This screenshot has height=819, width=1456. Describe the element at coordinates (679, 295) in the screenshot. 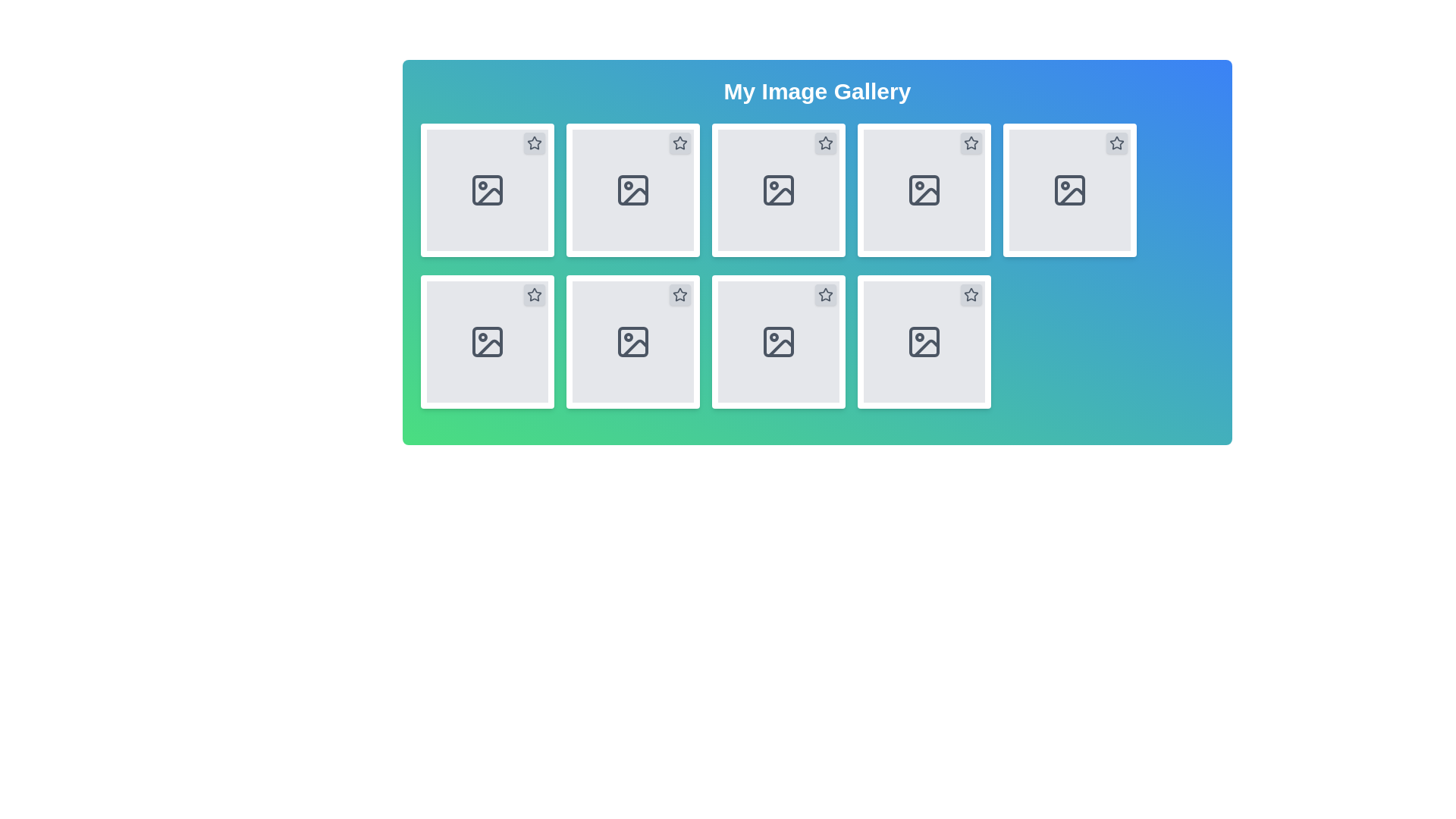

I see `the star-shaped icon located in the top-right corner of the fourth image in the second row of the gallery grid` at that location.